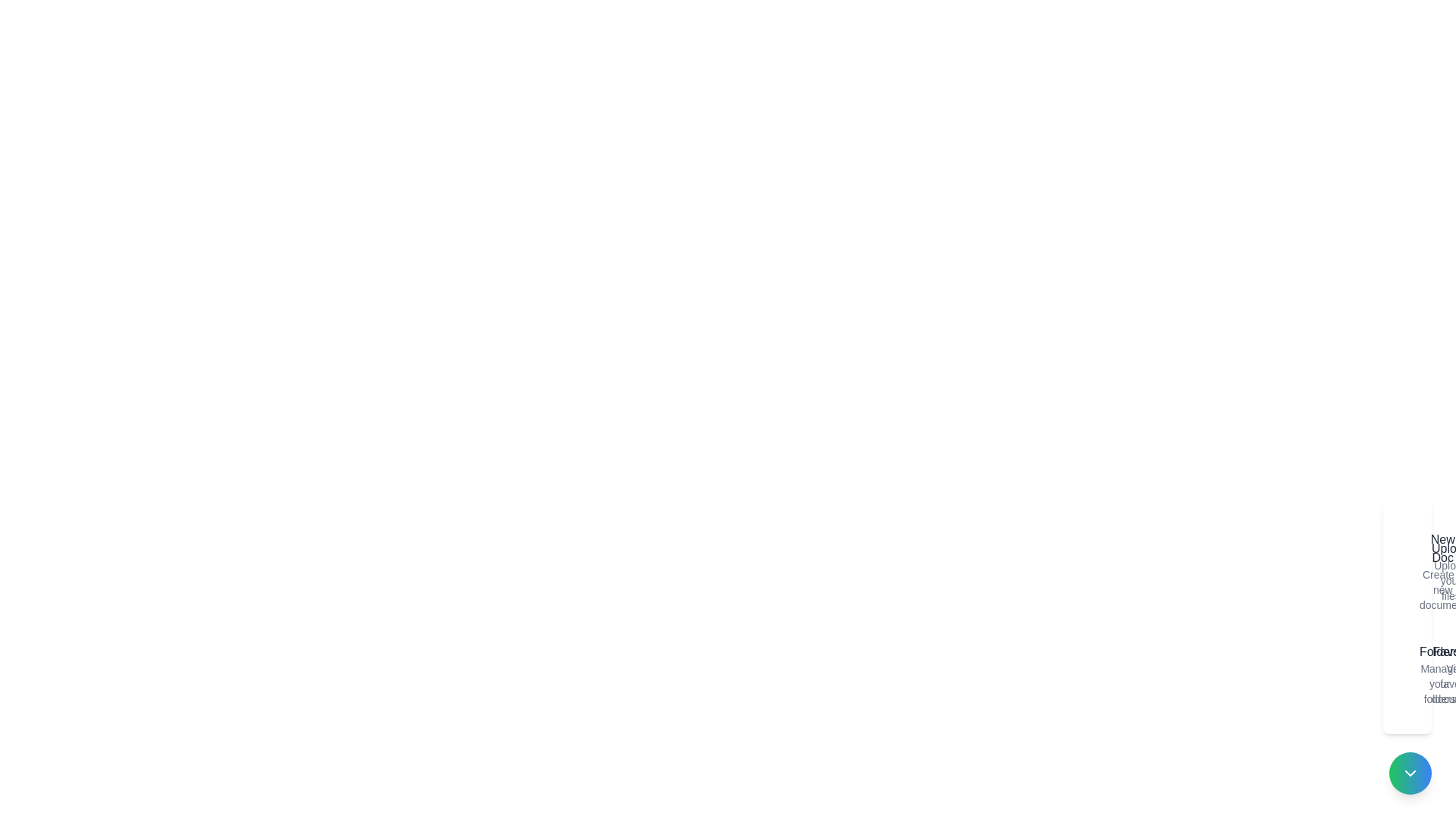  What do you see at coordinates (1422, 674) in the screenshot?
I see `the 'Favorites' option in the menu` at bounding box center [1422, 674].